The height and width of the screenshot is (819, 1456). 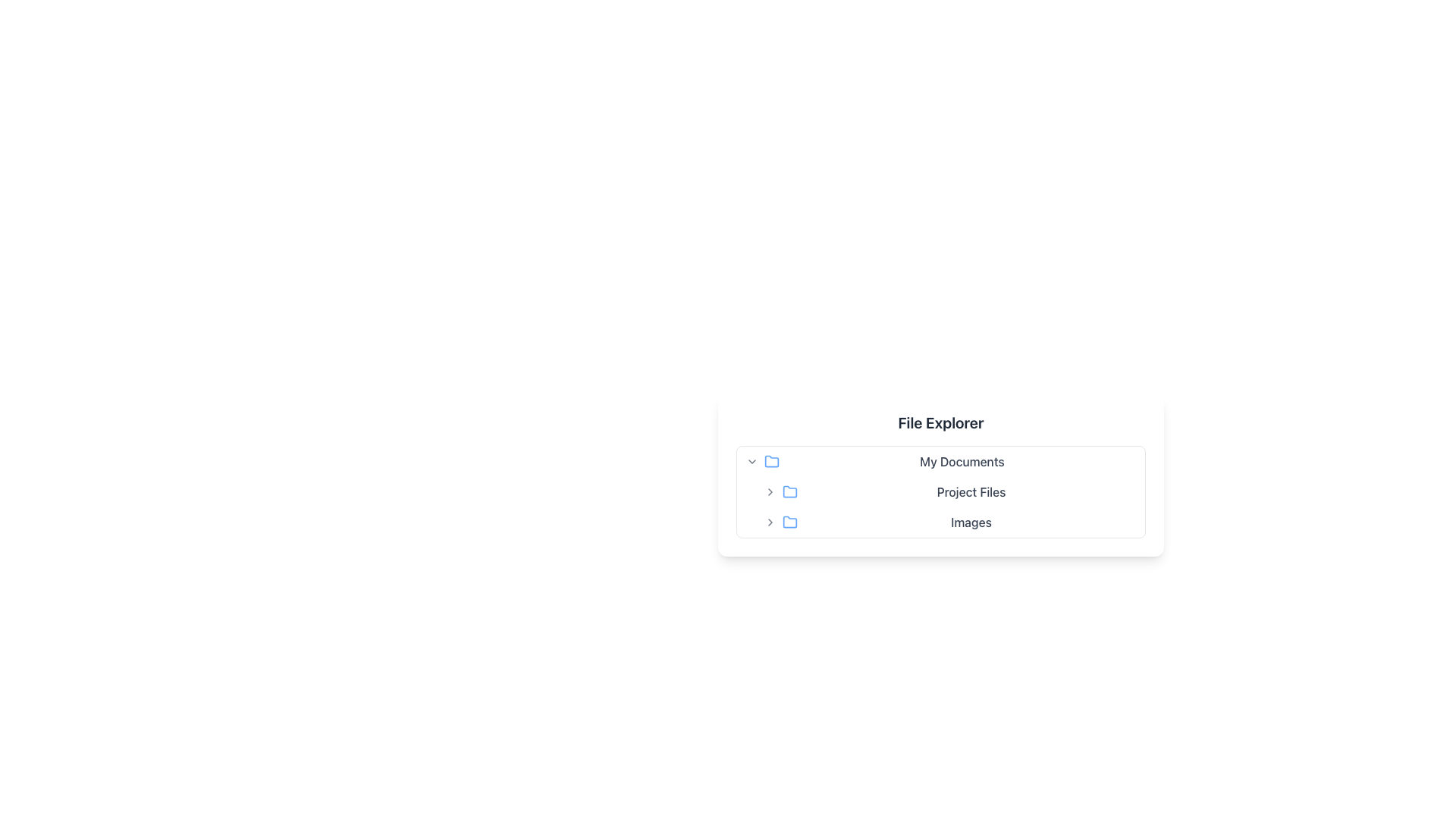 What do you see at coordinates (940, 491) in the screenshot?
I see `the 'Project Files' folder element in the file explorer` at bounding box center [940, 491].